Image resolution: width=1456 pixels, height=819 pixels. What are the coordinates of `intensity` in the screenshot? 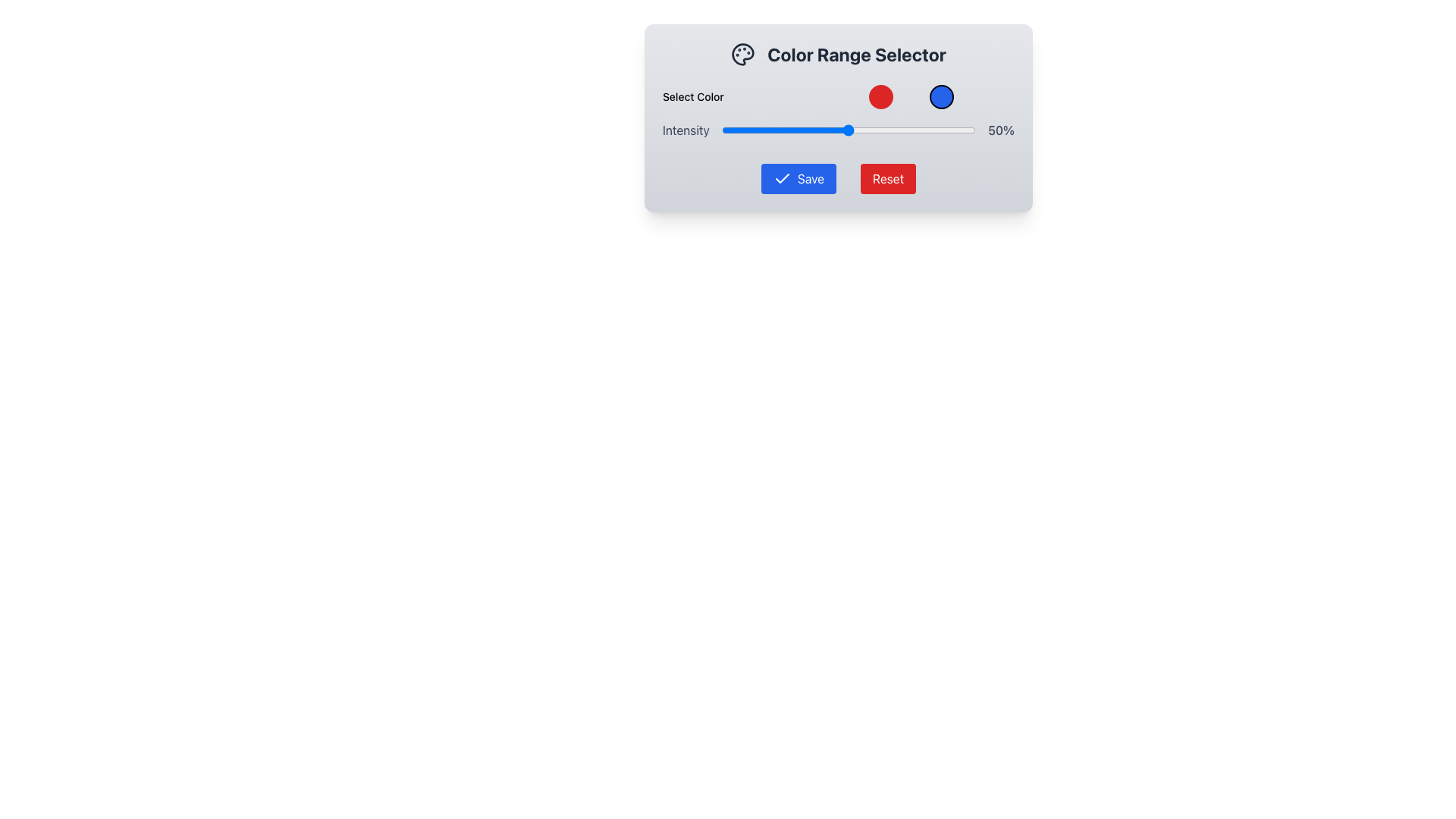 It's located at (822, 130).